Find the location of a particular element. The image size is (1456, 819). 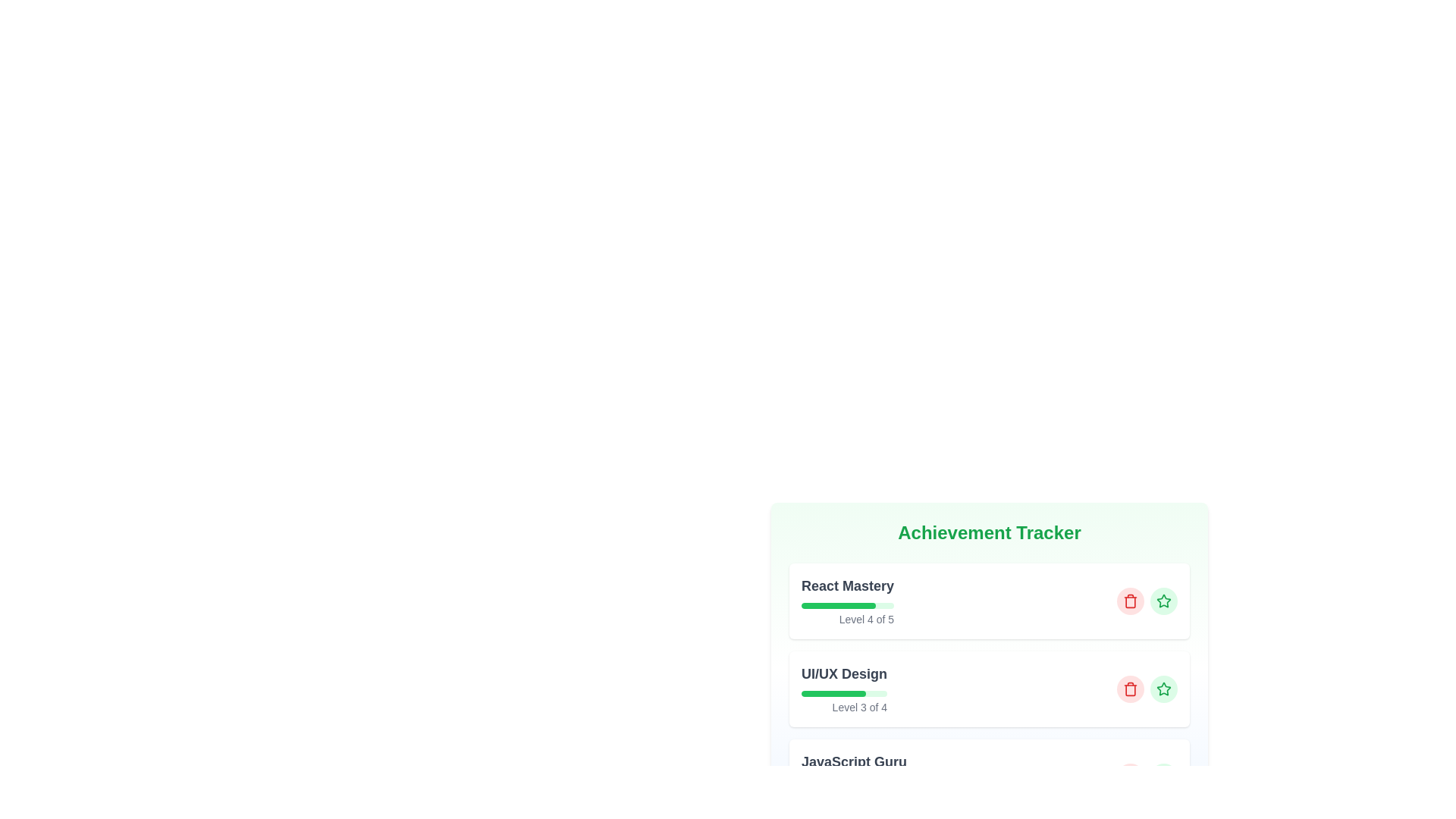

the completion status of the green progress bar indicating 75% completion, located beneath the 'UI/UX Design' label is located at coordinates (833, 693).